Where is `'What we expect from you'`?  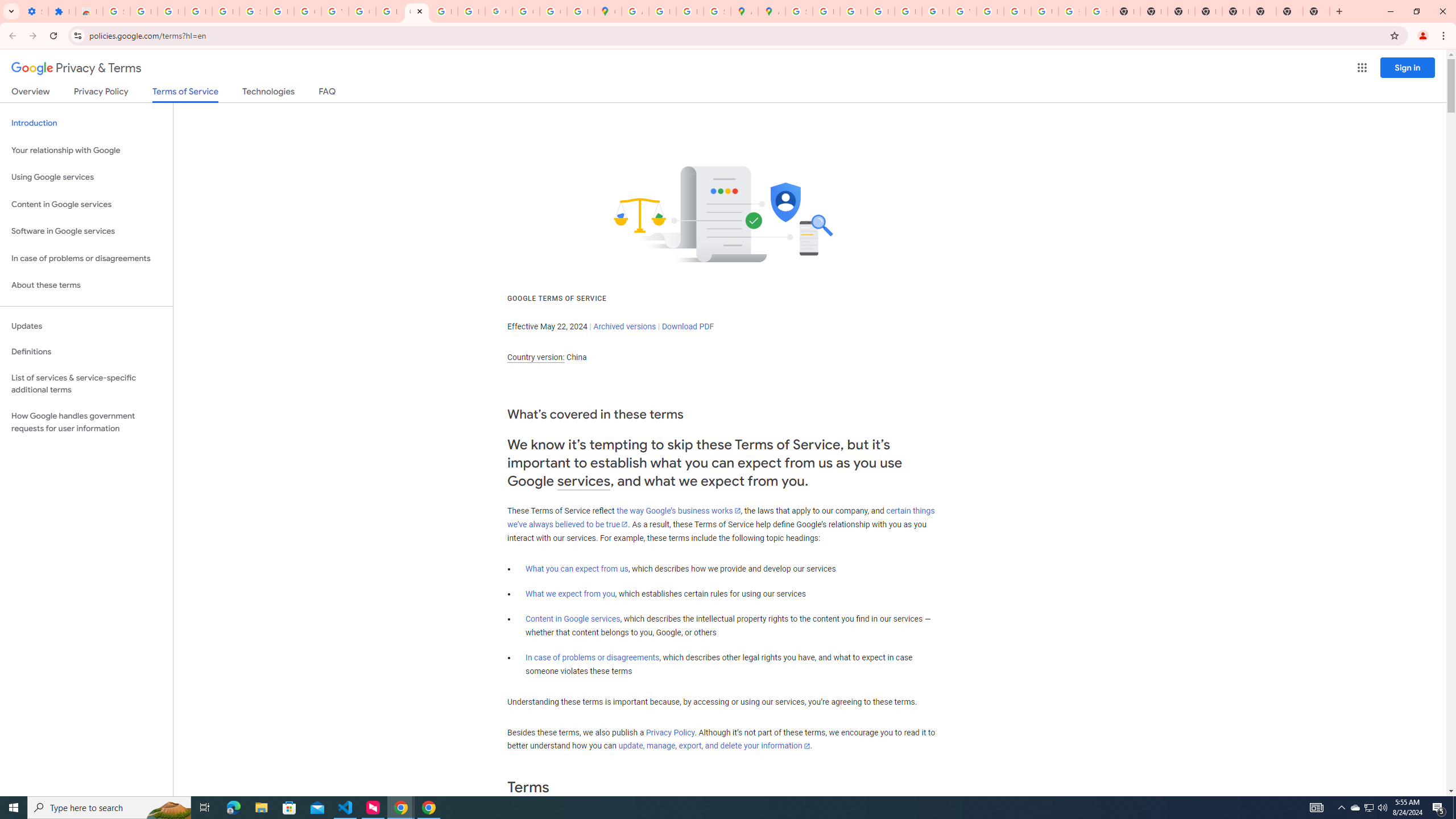
'What we expect from you' is located at coordinates (570, 593).